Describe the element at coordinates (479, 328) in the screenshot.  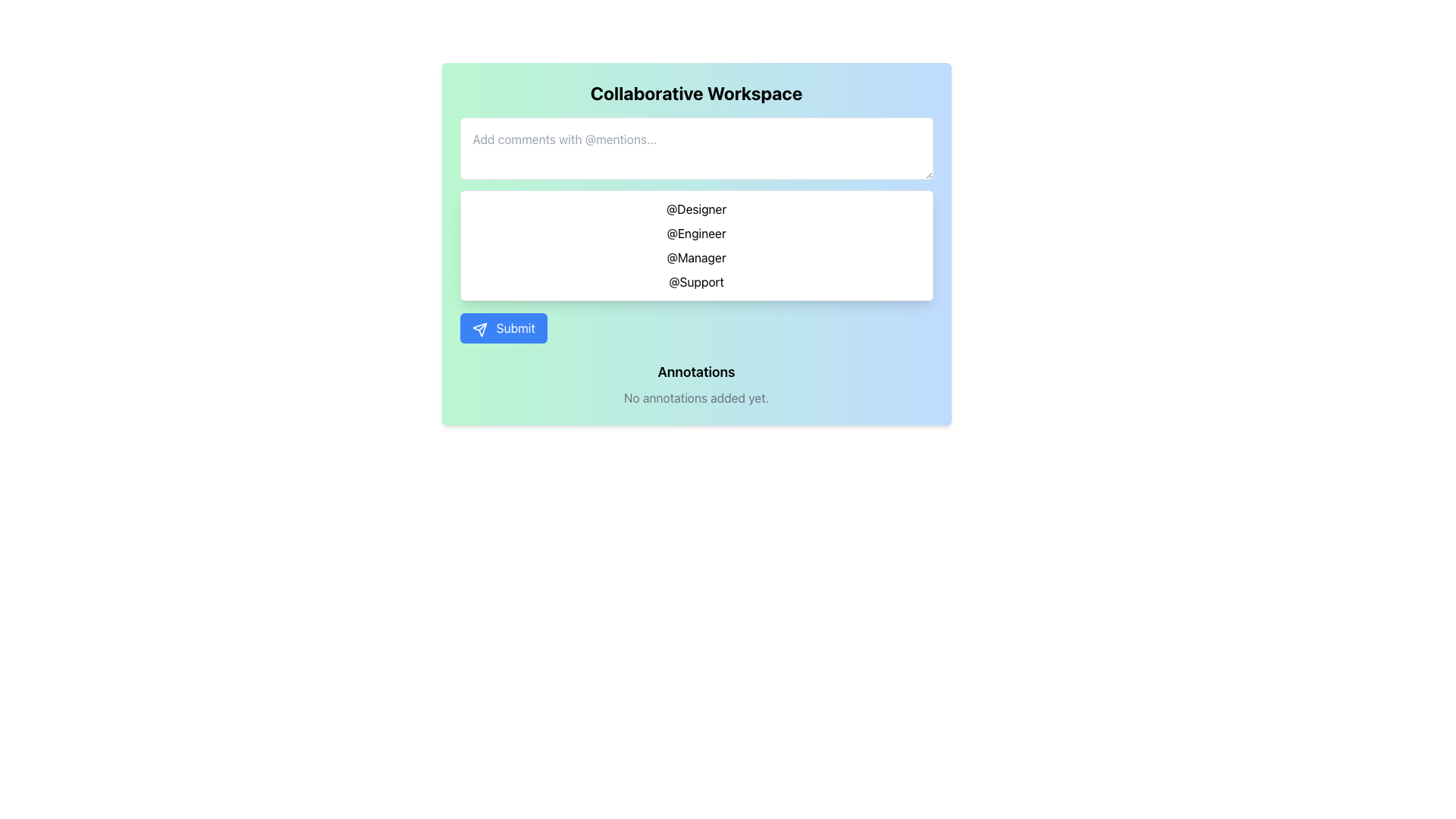
I see `the paper airplane icon located inside the blue rounded rectangular 'Submit' button, which is positioned at the bottom of the interface` at that location.